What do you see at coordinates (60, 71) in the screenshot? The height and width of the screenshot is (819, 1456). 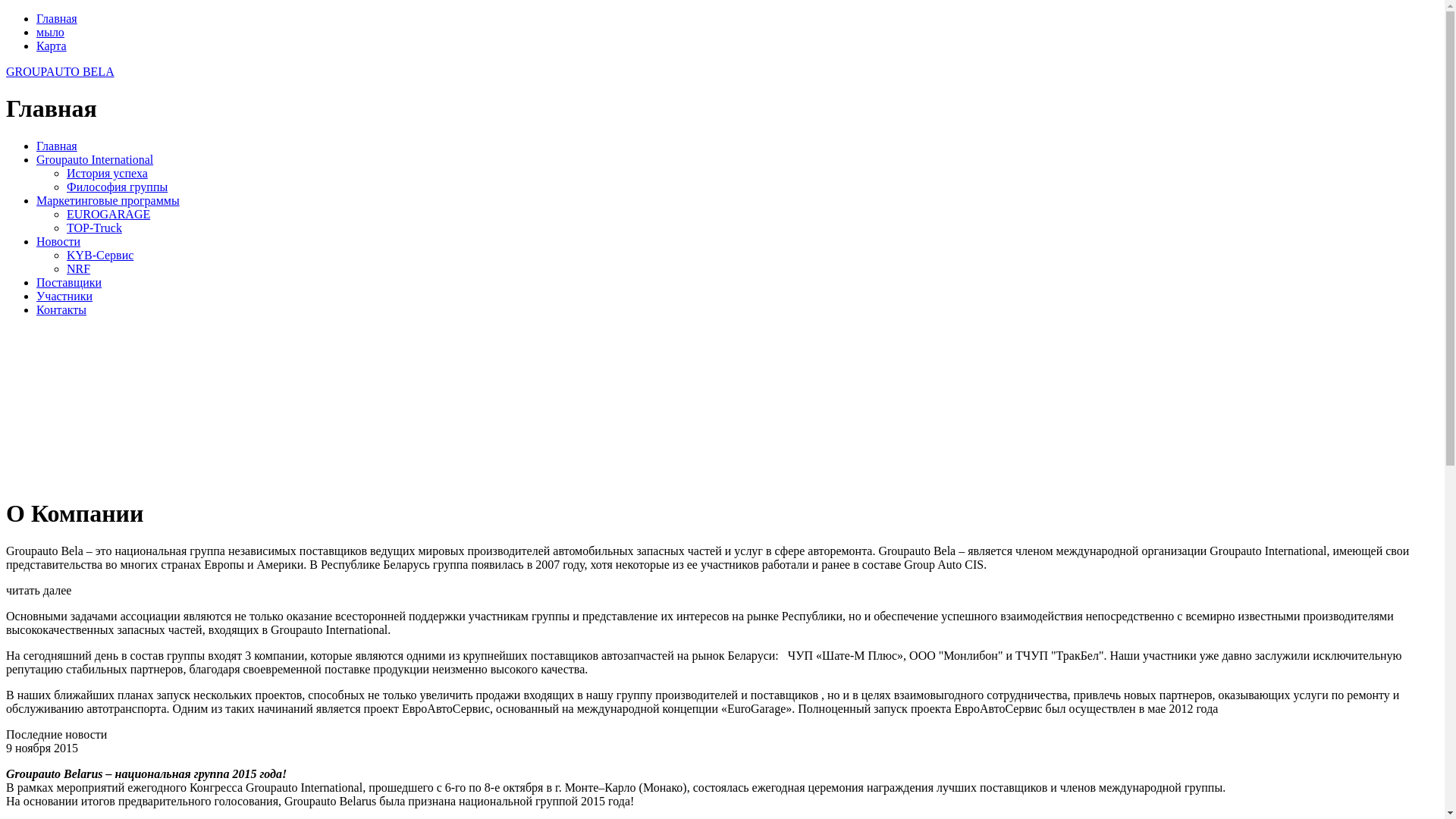 I see `'GROUPAUTO BELA'` at bounding box center [60, 71].